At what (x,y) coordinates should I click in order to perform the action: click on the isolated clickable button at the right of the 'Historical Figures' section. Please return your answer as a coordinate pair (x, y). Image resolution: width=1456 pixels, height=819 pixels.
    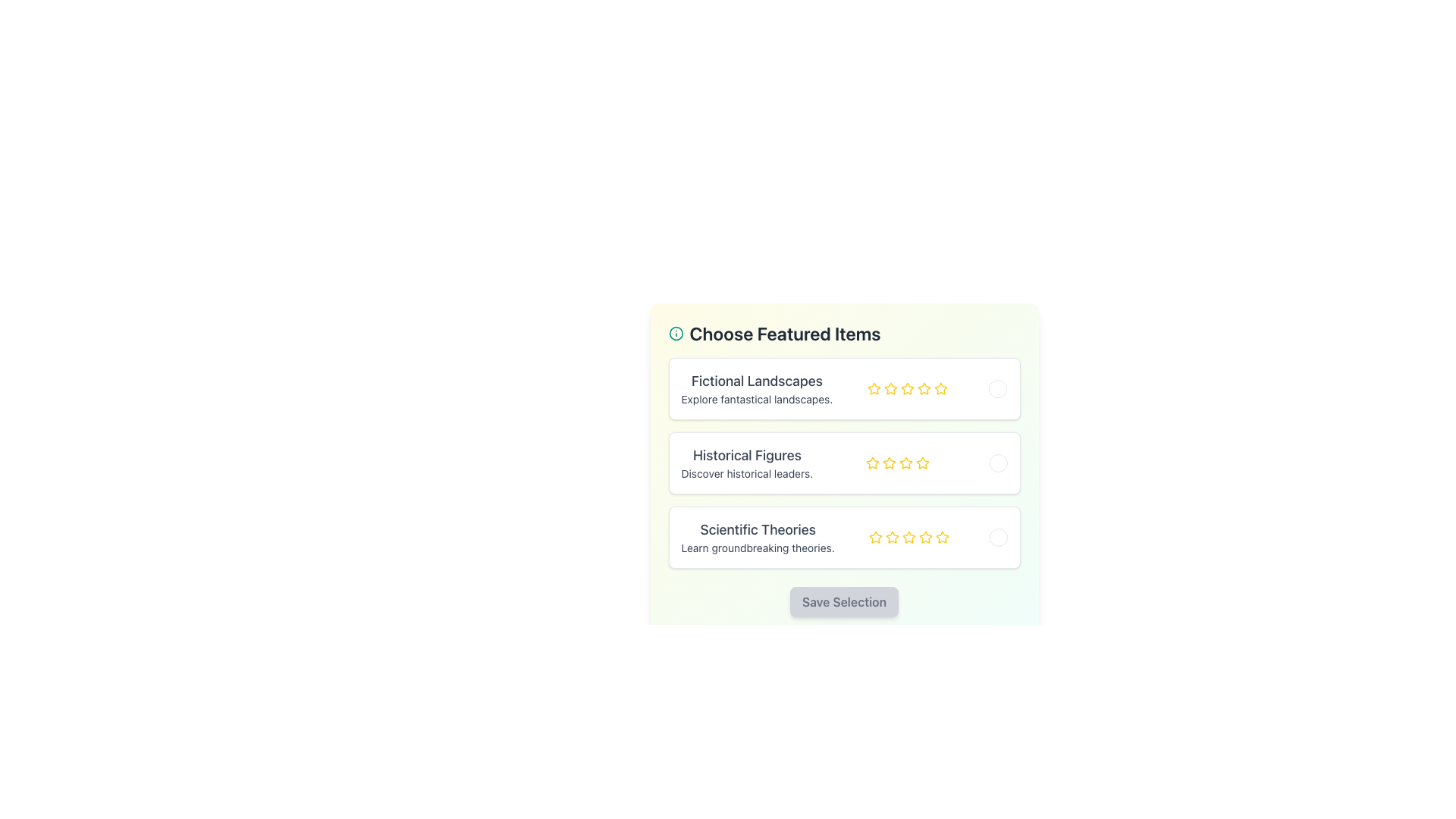
    Looking at the image, I should click on (998, 462).